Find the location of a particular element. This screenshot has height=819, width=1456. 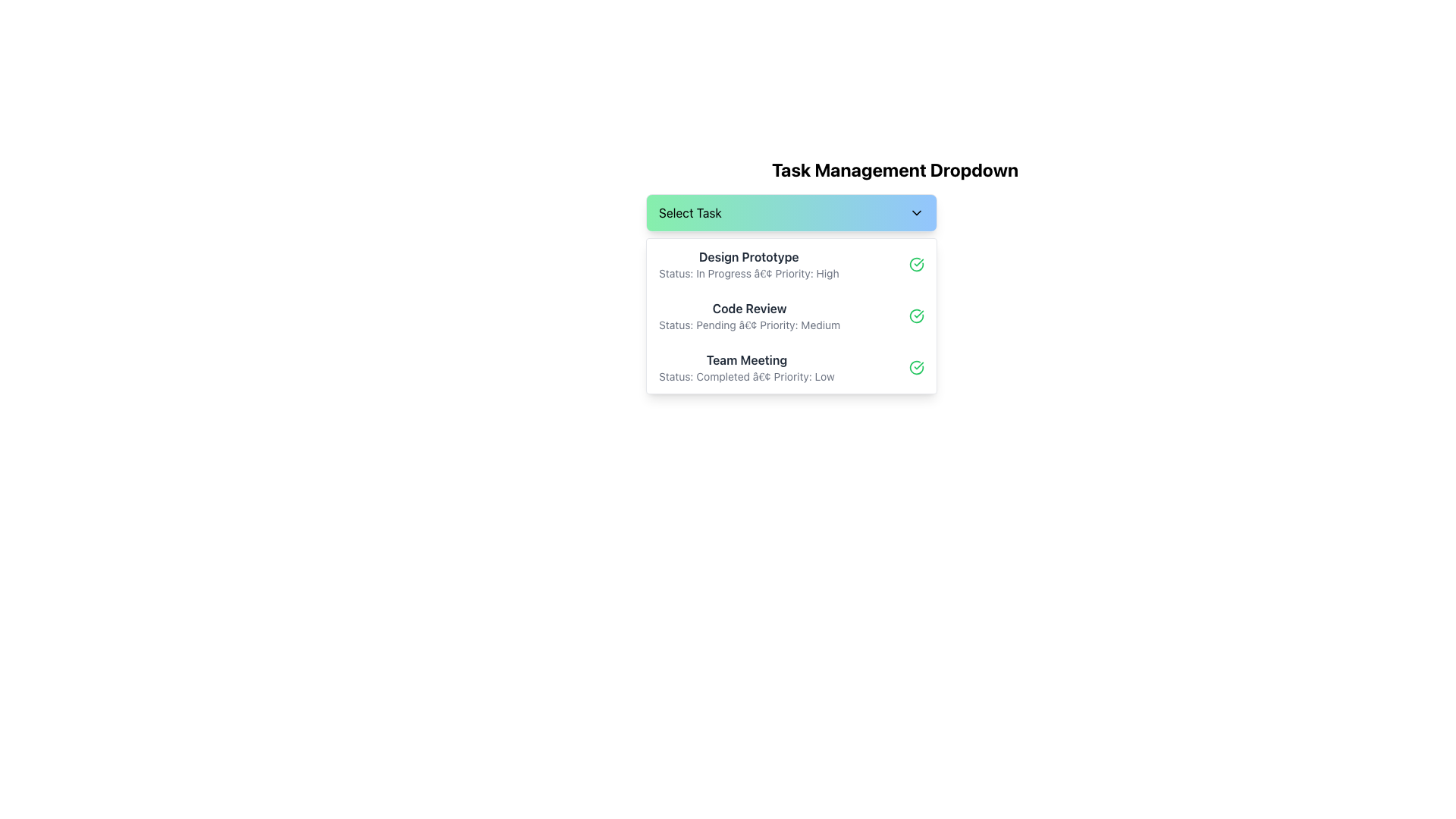

the 'Team Meeting' text label in the dropdown menu is located at coordinates (746, 359).